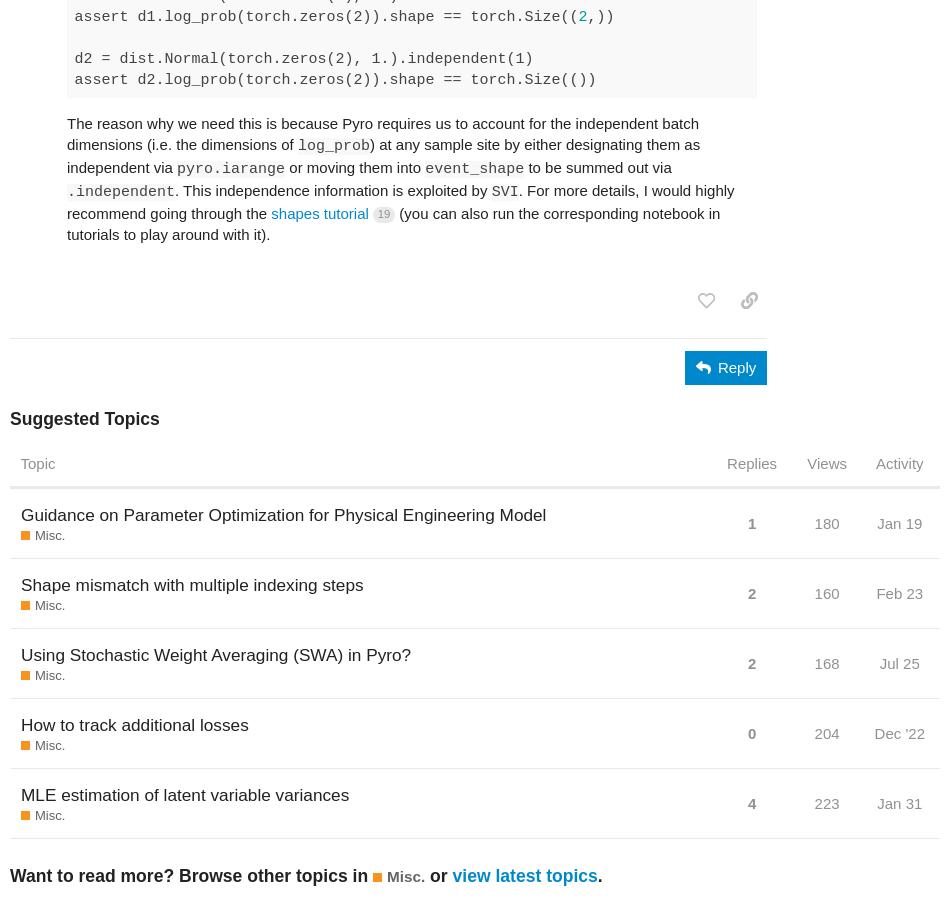 The height and width of the screenshot is (902, 950). Describe the element at coordinates (331, 146) in the screenshot. I see `'log_prob'` at that location.